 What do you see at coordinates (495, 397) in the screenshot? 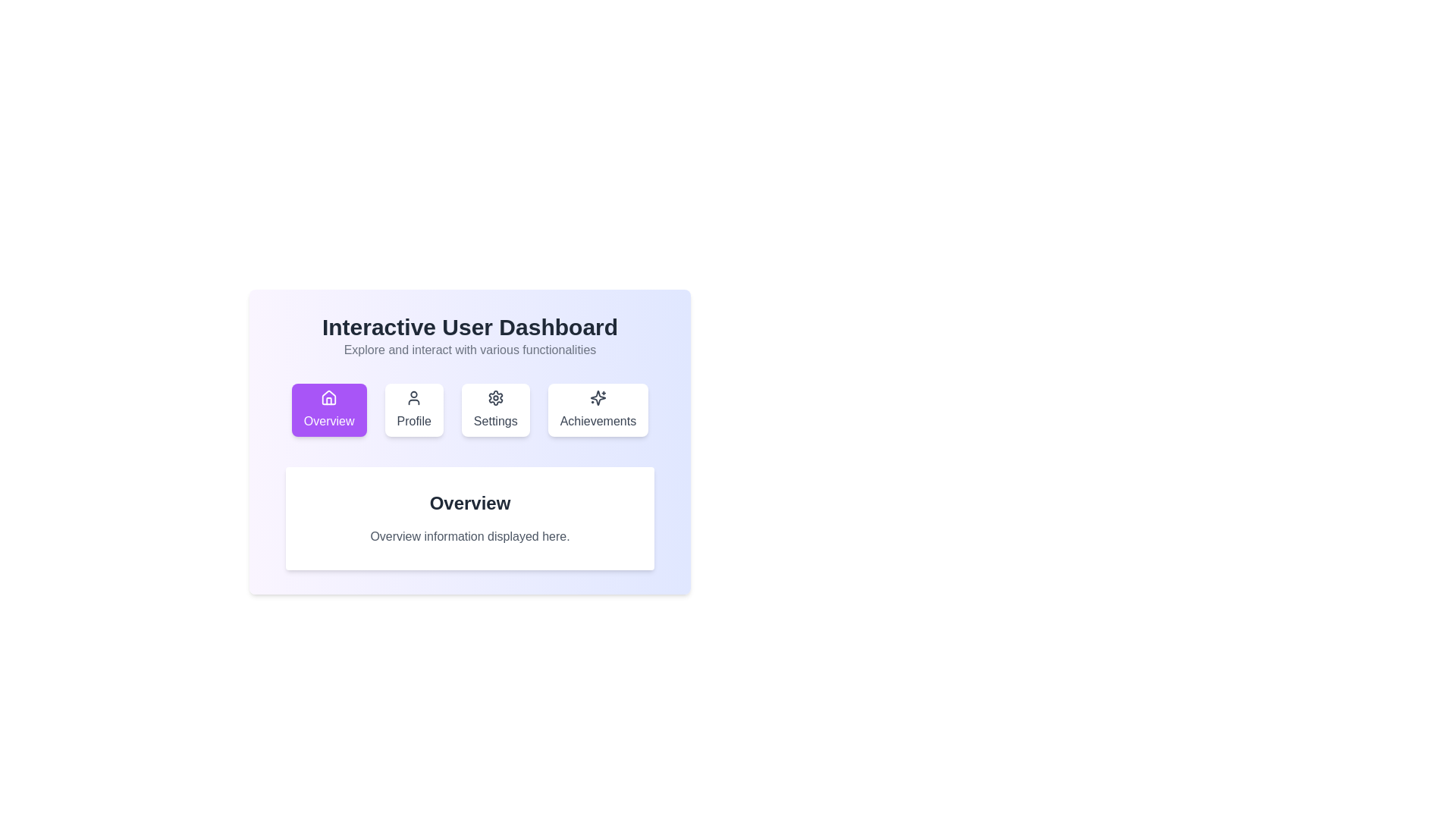
I see `the settings icon located in the top row of buttons, specifically the third icon from the left` at bounding box center [495, 397].